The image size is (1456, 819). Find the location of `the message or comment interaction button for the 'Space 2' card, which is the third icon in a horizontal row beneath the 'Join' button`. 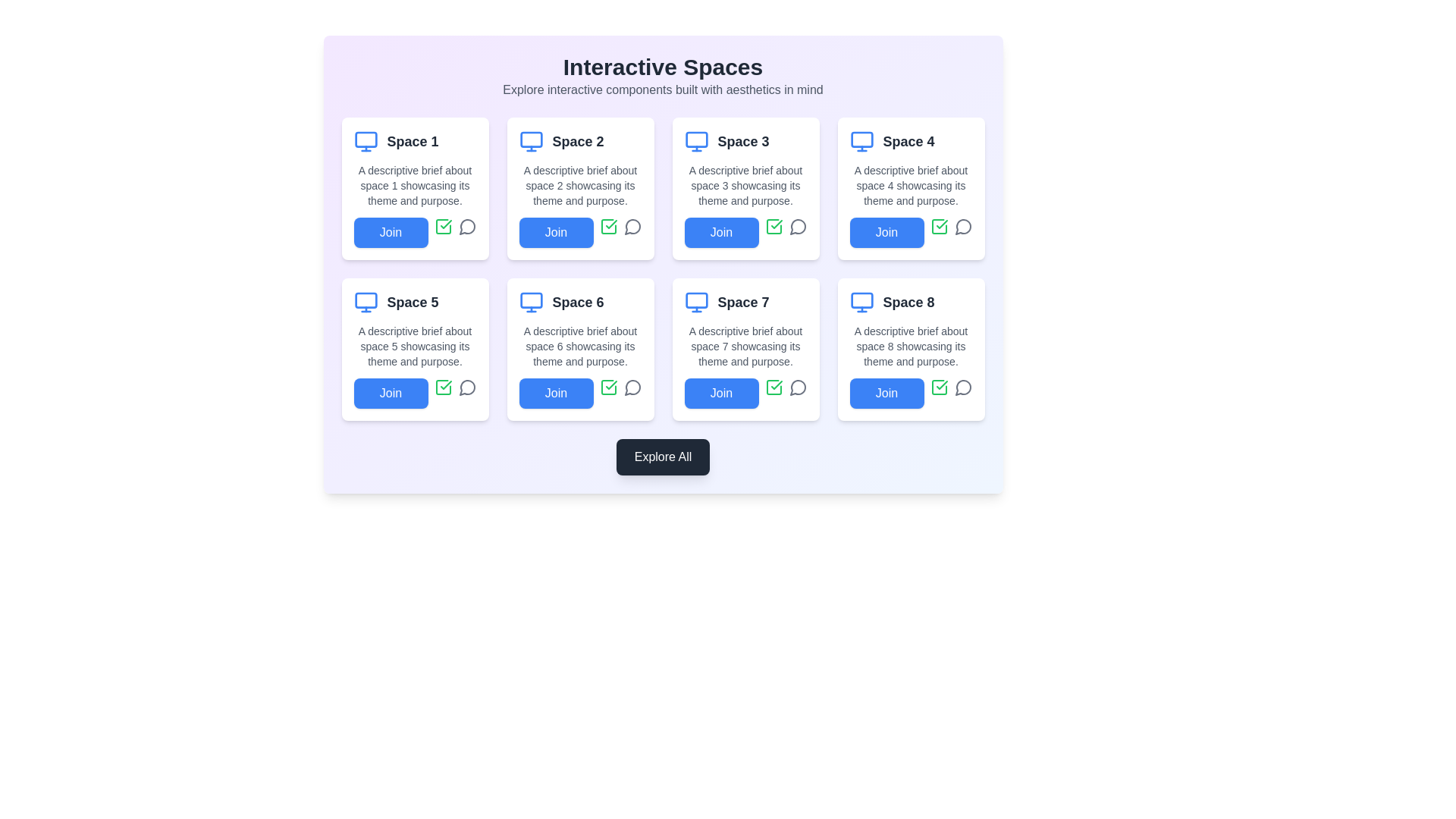

the message or comment interaction button for the 'Space 2' card, which is the third icon in a horizontal row beneath the 'Join' button is located at coordinates (632, 227).